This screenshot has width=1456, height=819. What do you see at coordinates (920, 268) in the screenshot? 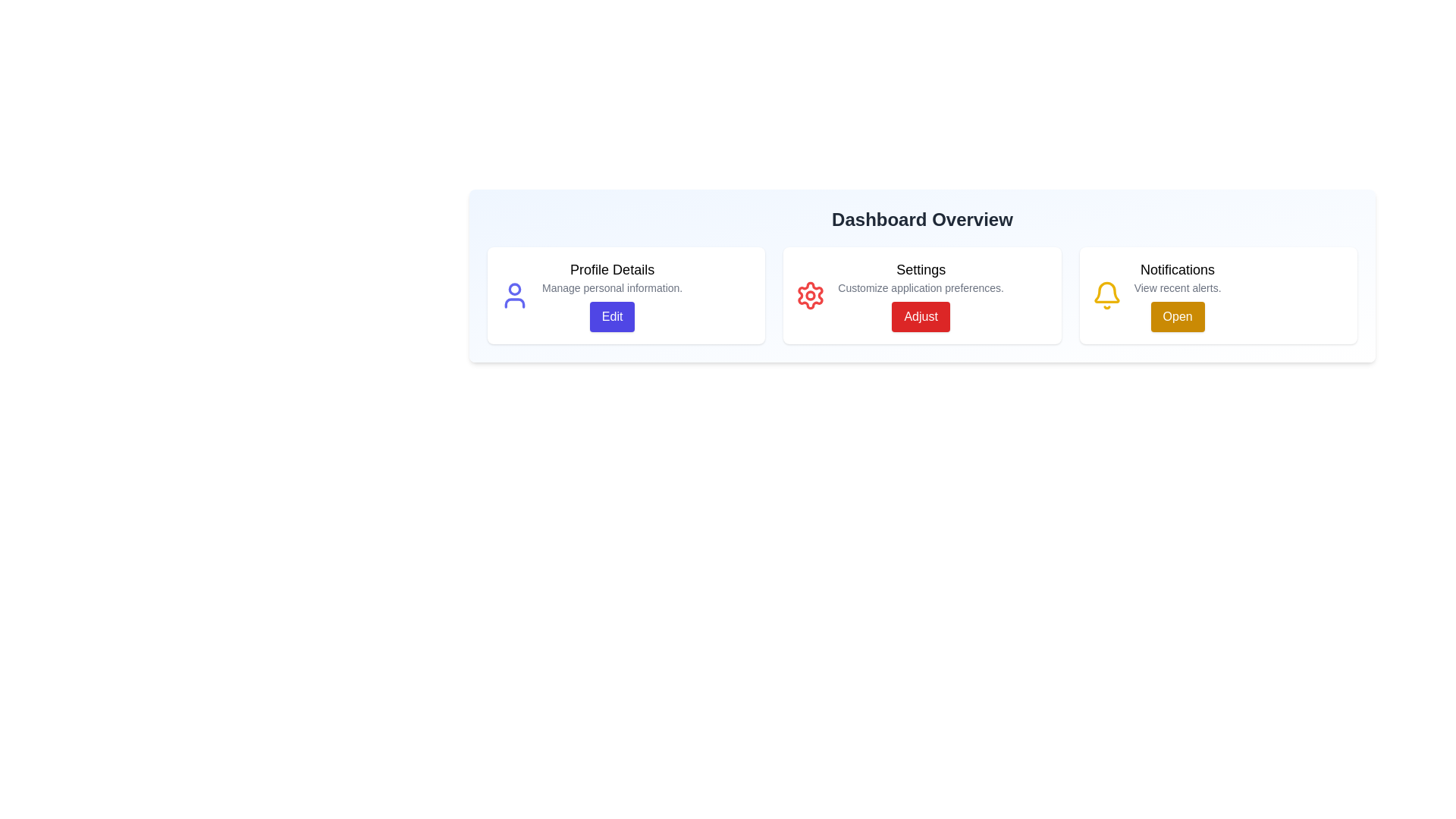
I see `the text label that serves as the title for the settings-related card, located at the top of the middle card in a three-card layout` at bounding box center [920, 268].